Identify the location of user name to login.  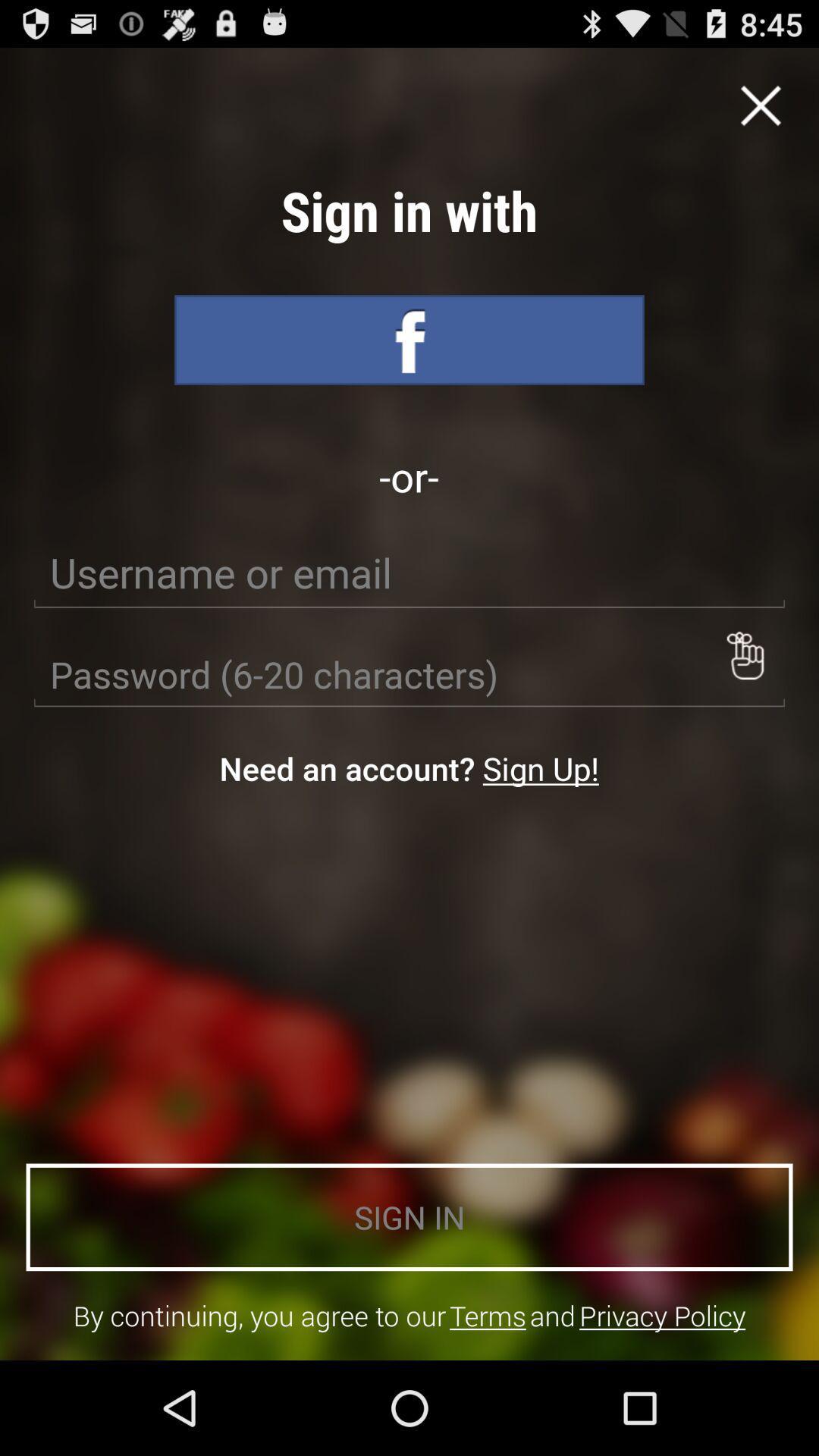
(409, 572).